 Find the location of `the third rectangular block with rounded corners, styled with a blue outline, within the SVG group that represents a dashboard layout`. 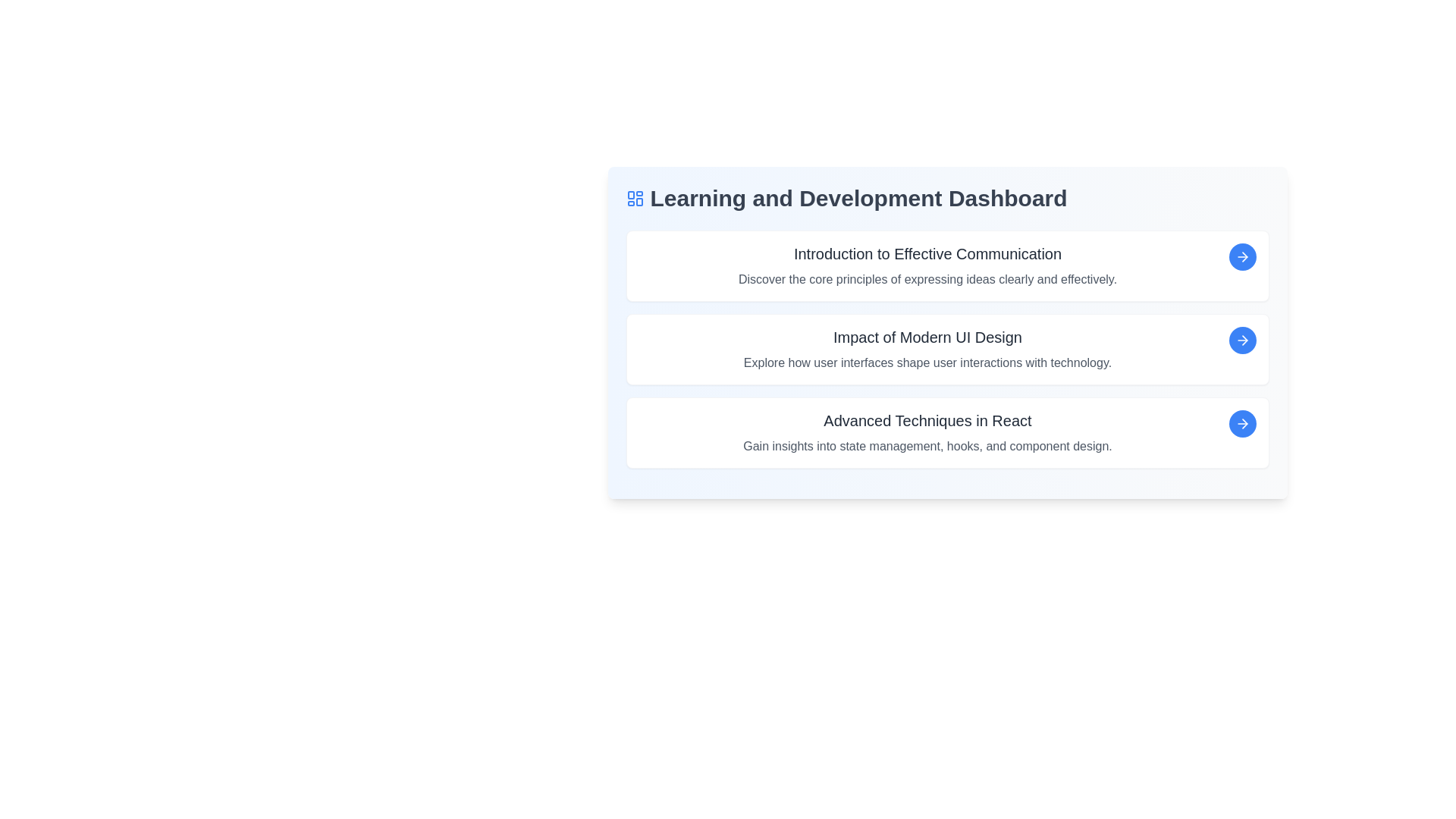

the third rectangular block with rounded corners, styled with a blue outline, within the SVG group that represents a dashboard layout is located at coordinates (639, 201).